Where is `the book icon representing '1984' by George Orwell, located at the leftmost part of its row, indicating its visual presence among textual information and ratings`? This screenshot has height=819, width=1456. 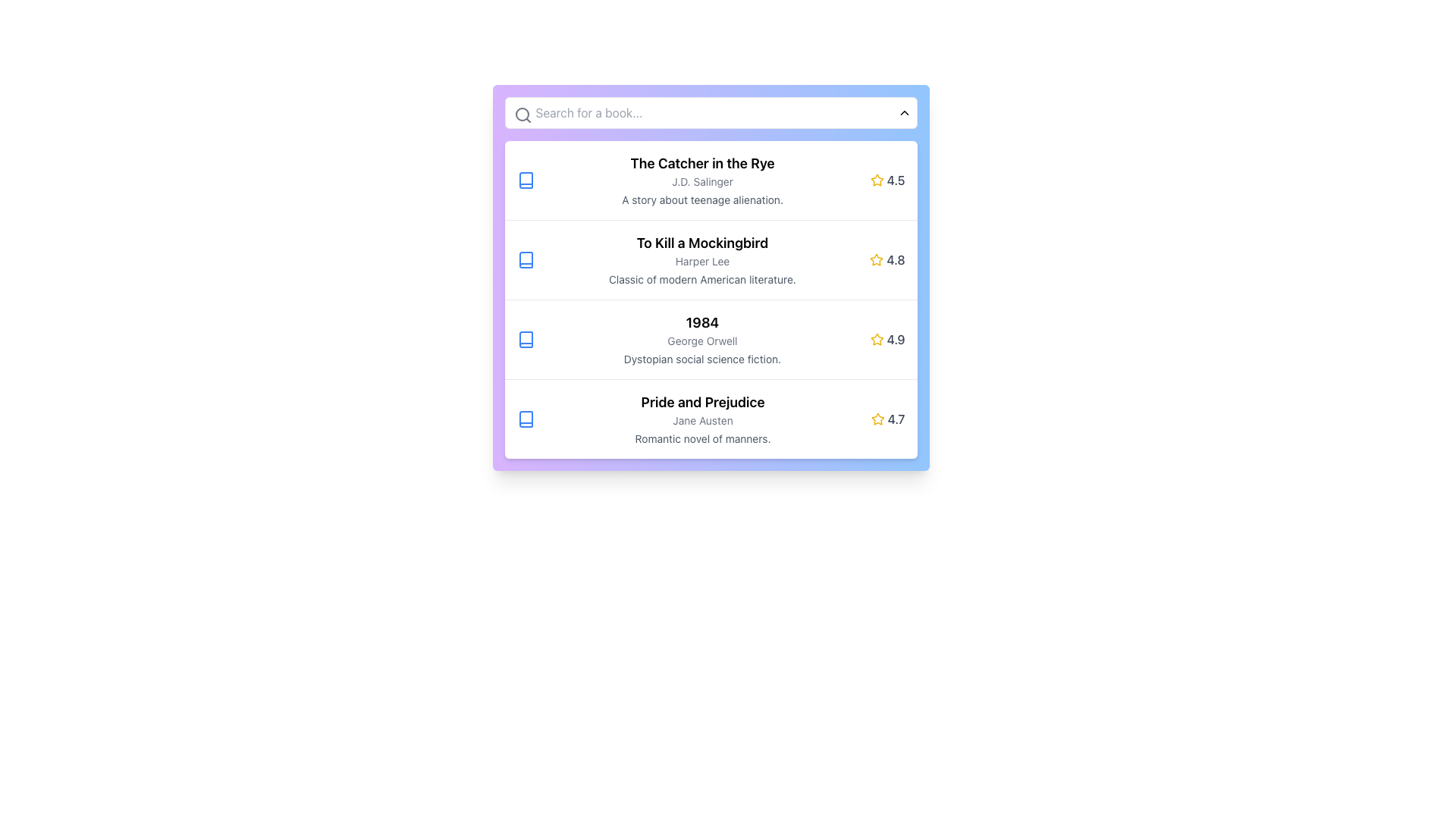
the book icon representing '1984' by George Orwell, located at the leftmost part of its row, indicating its visual presence among textual information and ratings is located at coordinates (526, 338).